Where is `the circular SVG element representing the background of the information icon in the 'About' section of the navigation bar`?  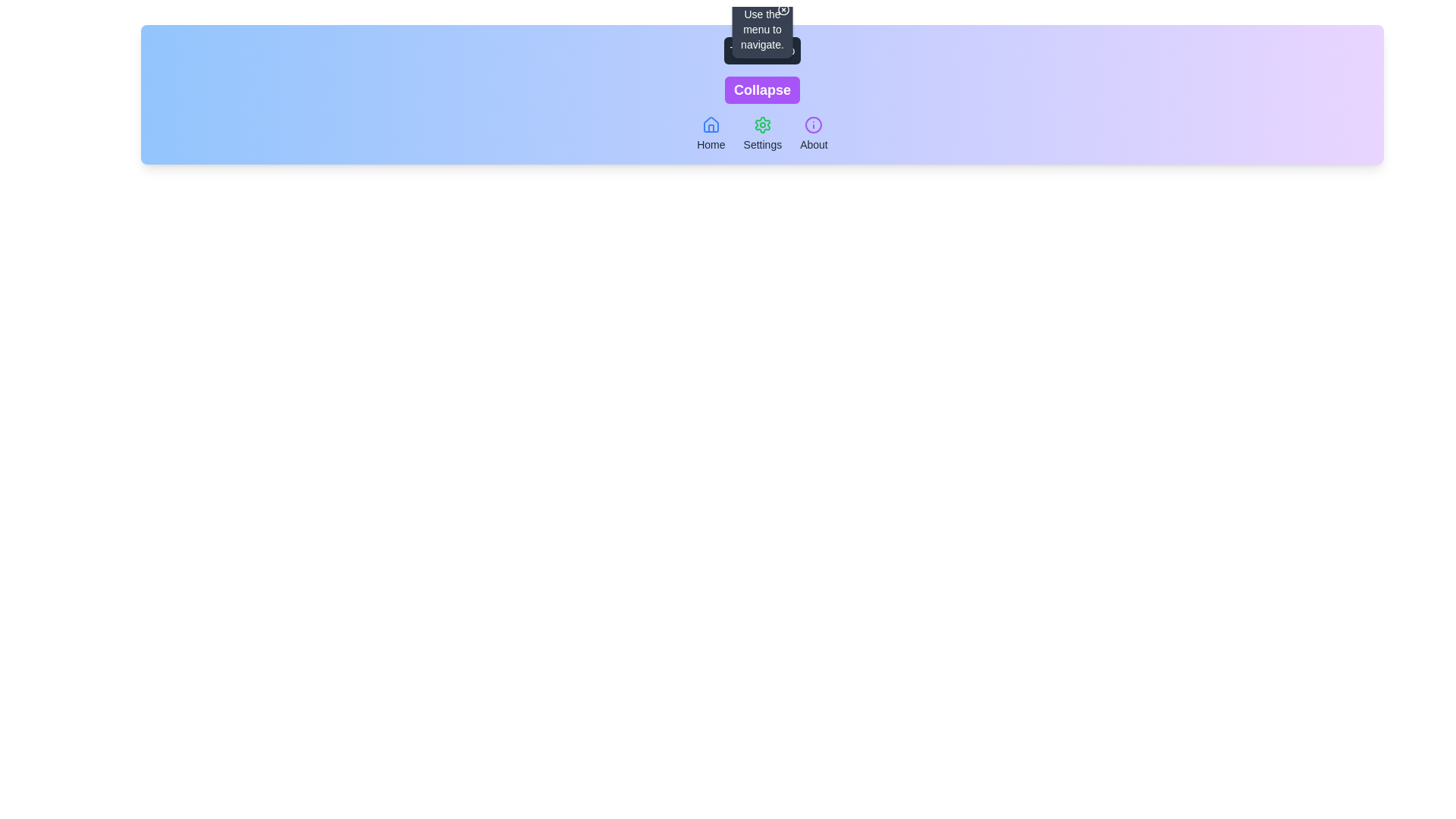
the circular SVG element representing the background of the information icon in the 'About' section of the navigation bar is located at coordinates (813, 124).